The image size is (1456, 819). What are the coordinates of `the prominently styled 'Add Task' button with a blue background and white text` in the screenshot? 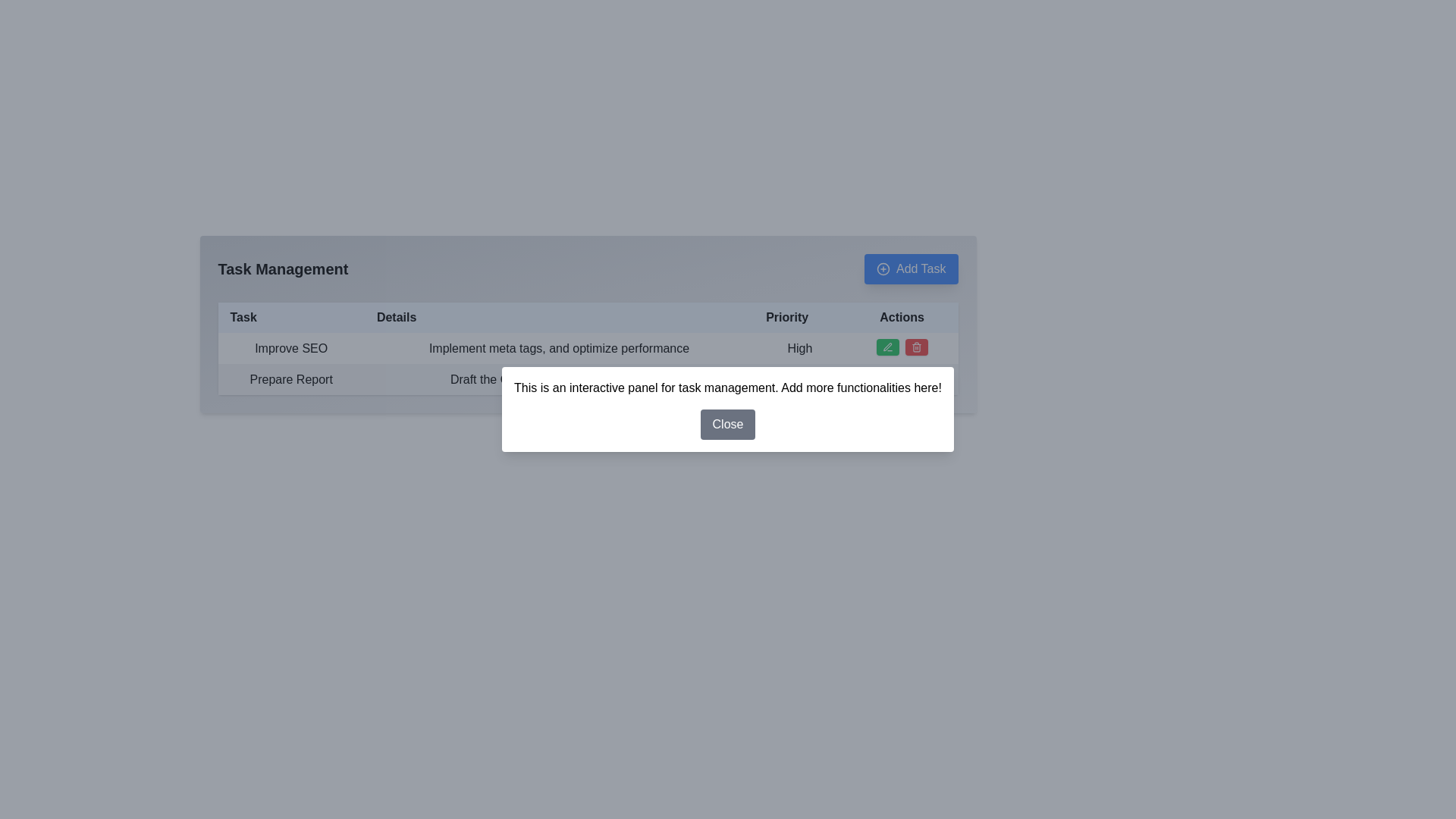 It's located at (910, 268).